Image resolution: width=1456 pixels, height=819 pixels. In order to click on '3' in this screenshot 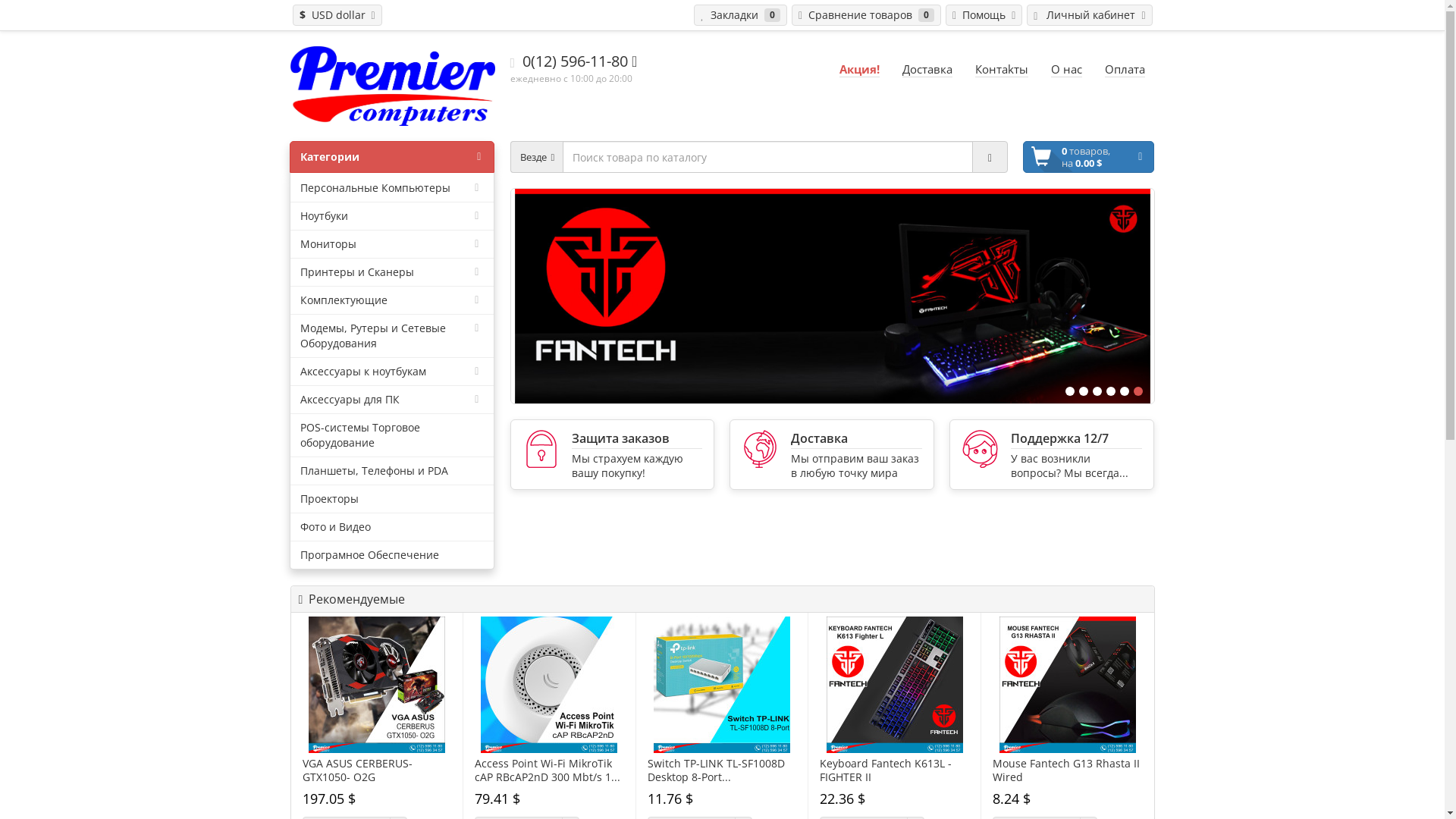, I will do `click(1096, 391)`.